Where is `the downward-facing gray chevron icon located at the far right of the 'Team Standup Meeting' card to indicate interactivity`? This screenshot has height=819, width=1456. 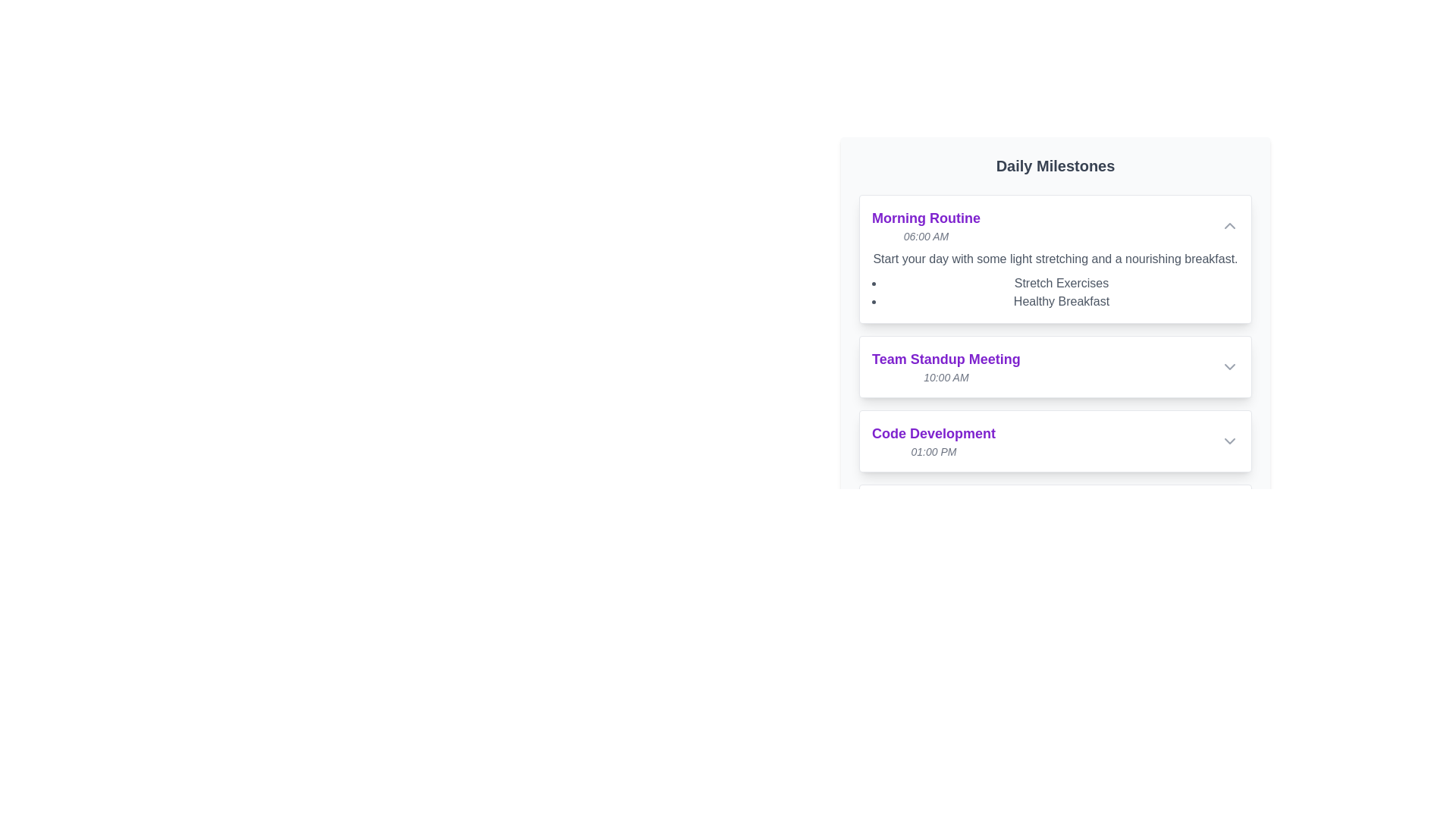 the downward-facing gray chevron icon located at the far right of the 'Team Standup Meeting' card to indicate interactivity is located at coordinates (1230, 366).